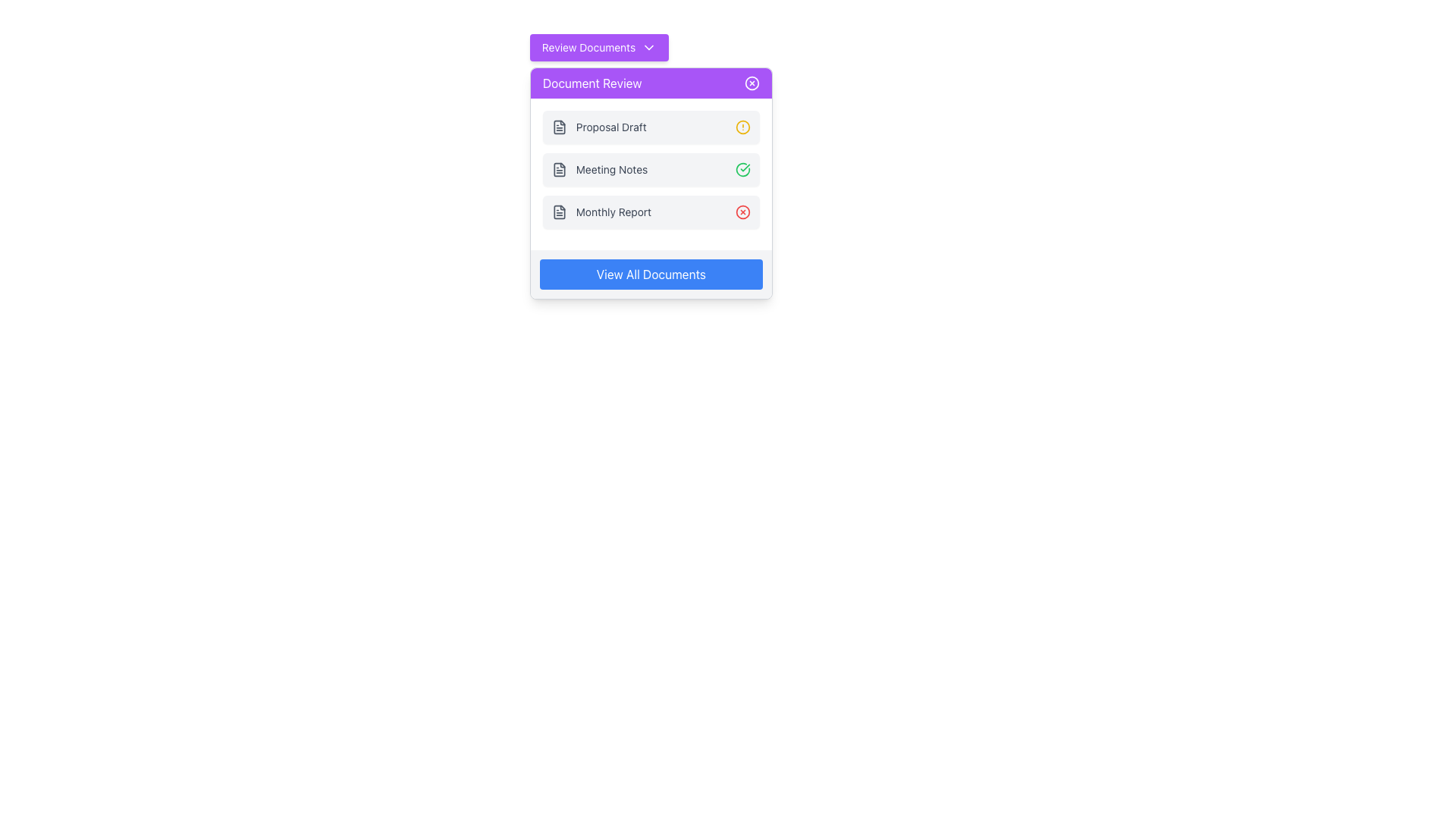 Image resolution: width=1456 pixels, height=819 pixels. Describe the element at coordinates (558, 212) in the screenshot. I see `document icon representing the 'Monthly Report' entry located in the third row of the Document Review component` at that location.